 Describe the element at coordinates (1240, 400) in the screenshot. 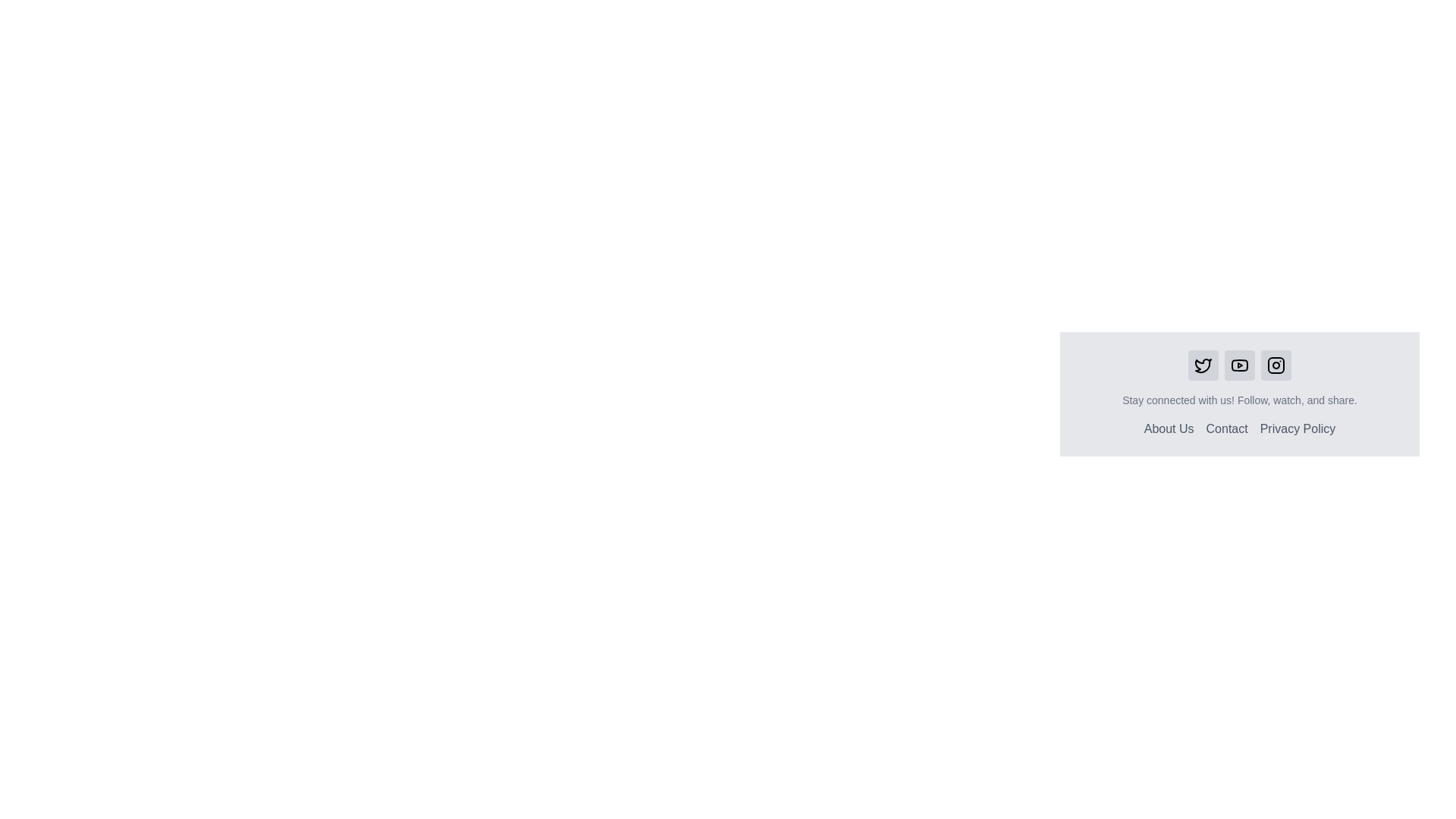

I see `the informational text encouraging users to engage with social media, located below the social media icons and above the links ('About Us', 'Contact', and 'Privacy Policy')` at that location.